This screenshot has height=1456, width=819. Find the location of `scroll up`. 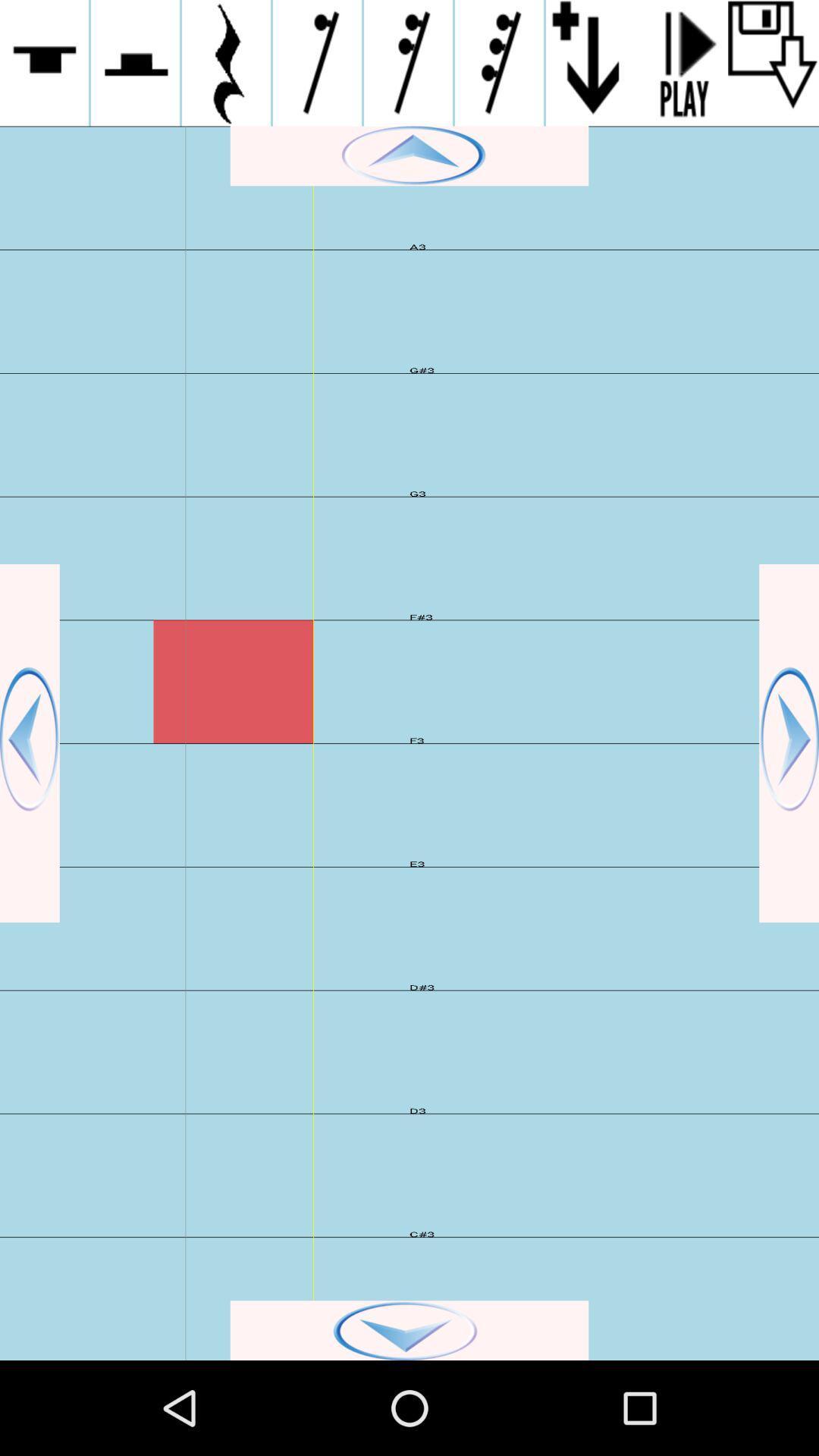

scroll up is located at coordinates (409, 155).